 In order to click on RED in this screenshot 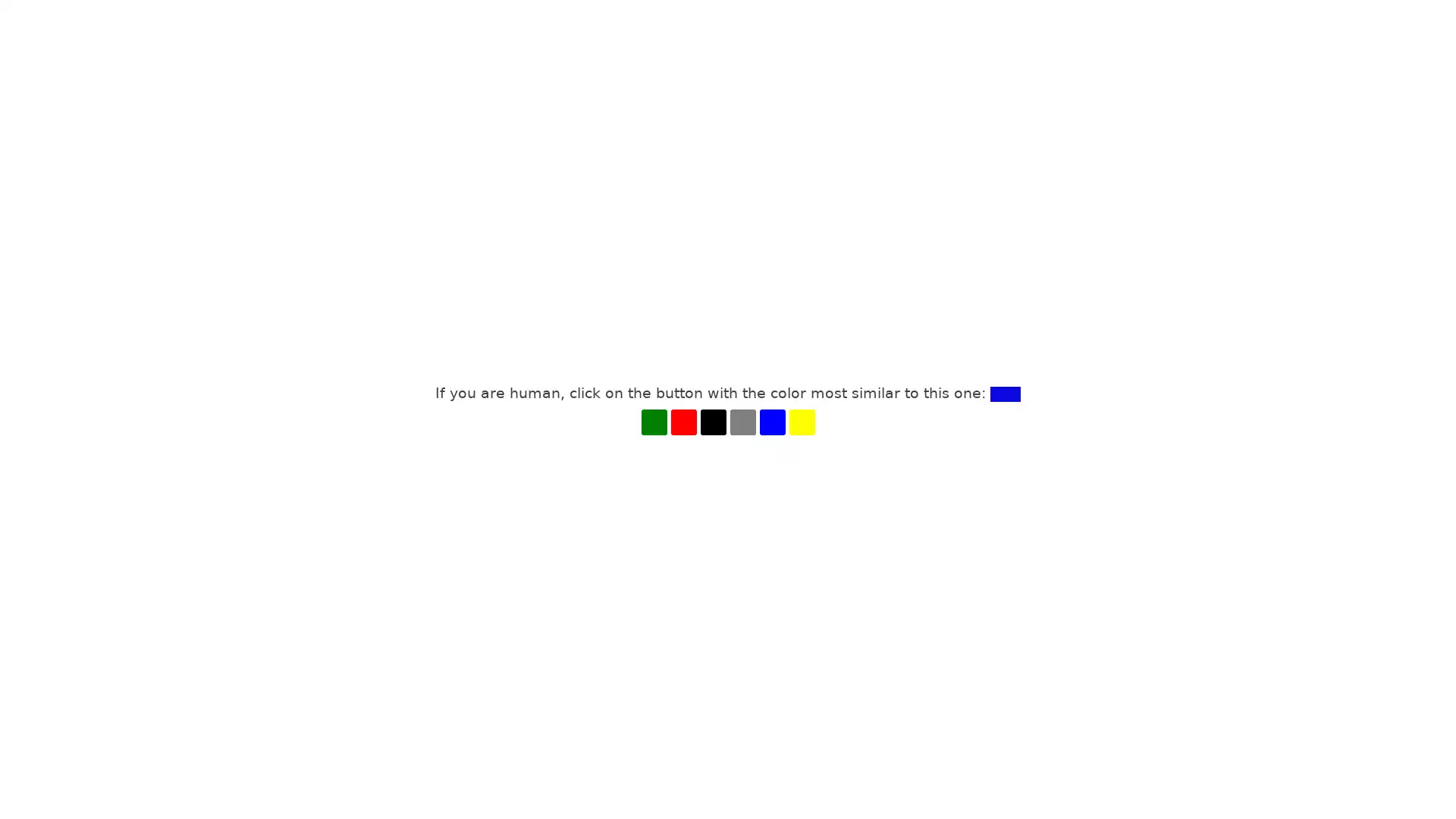, I will do `click(682, 421)`.